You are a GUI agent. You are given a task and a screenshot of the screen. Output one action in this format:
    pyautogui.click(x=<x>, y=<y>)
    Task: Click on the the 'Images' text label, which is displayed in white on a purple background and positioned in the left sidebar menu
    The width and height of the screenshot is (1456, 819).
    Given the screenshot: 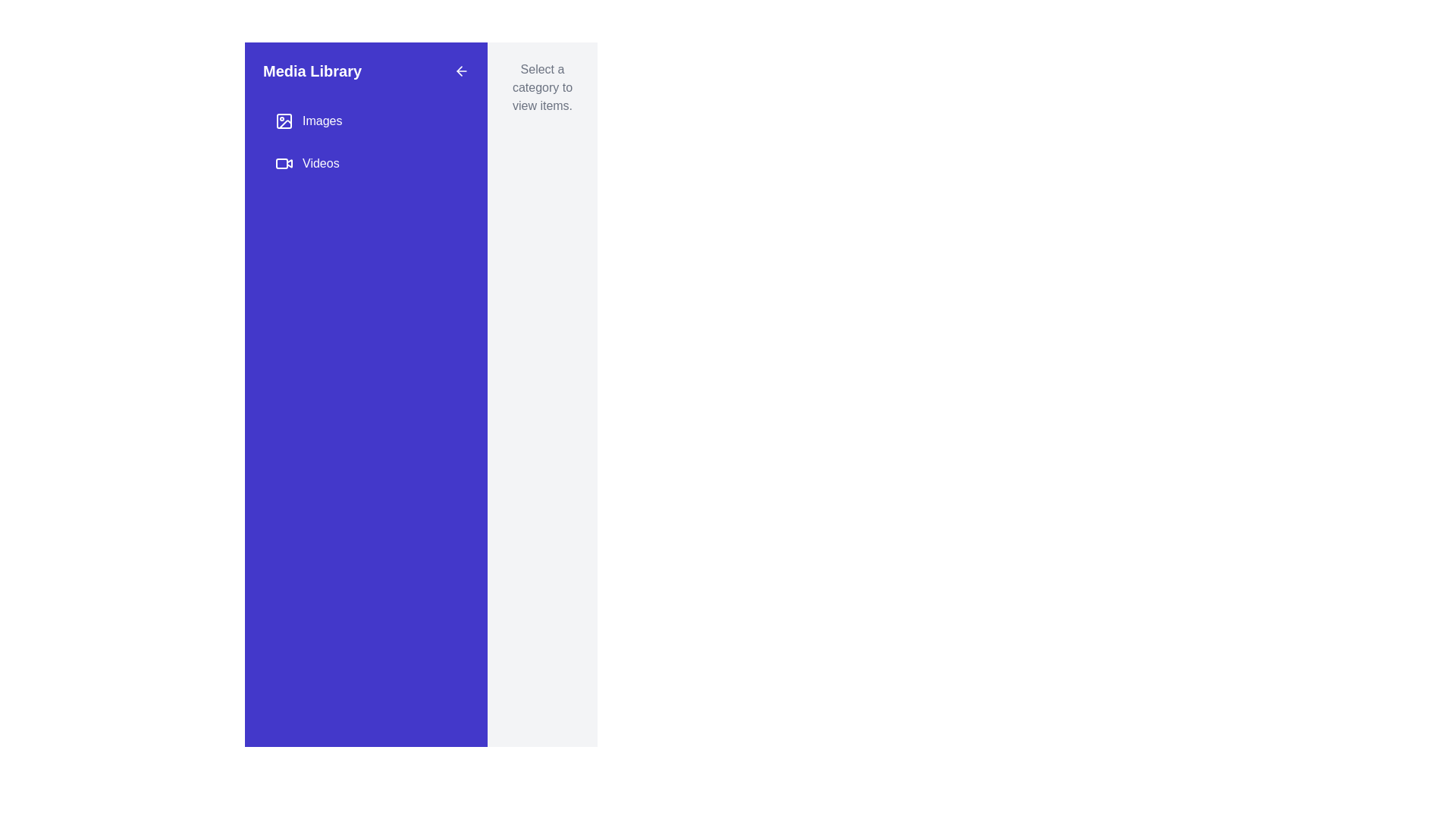 What is the action you would take?
    pyautogui.click(x=322, y=120)
    